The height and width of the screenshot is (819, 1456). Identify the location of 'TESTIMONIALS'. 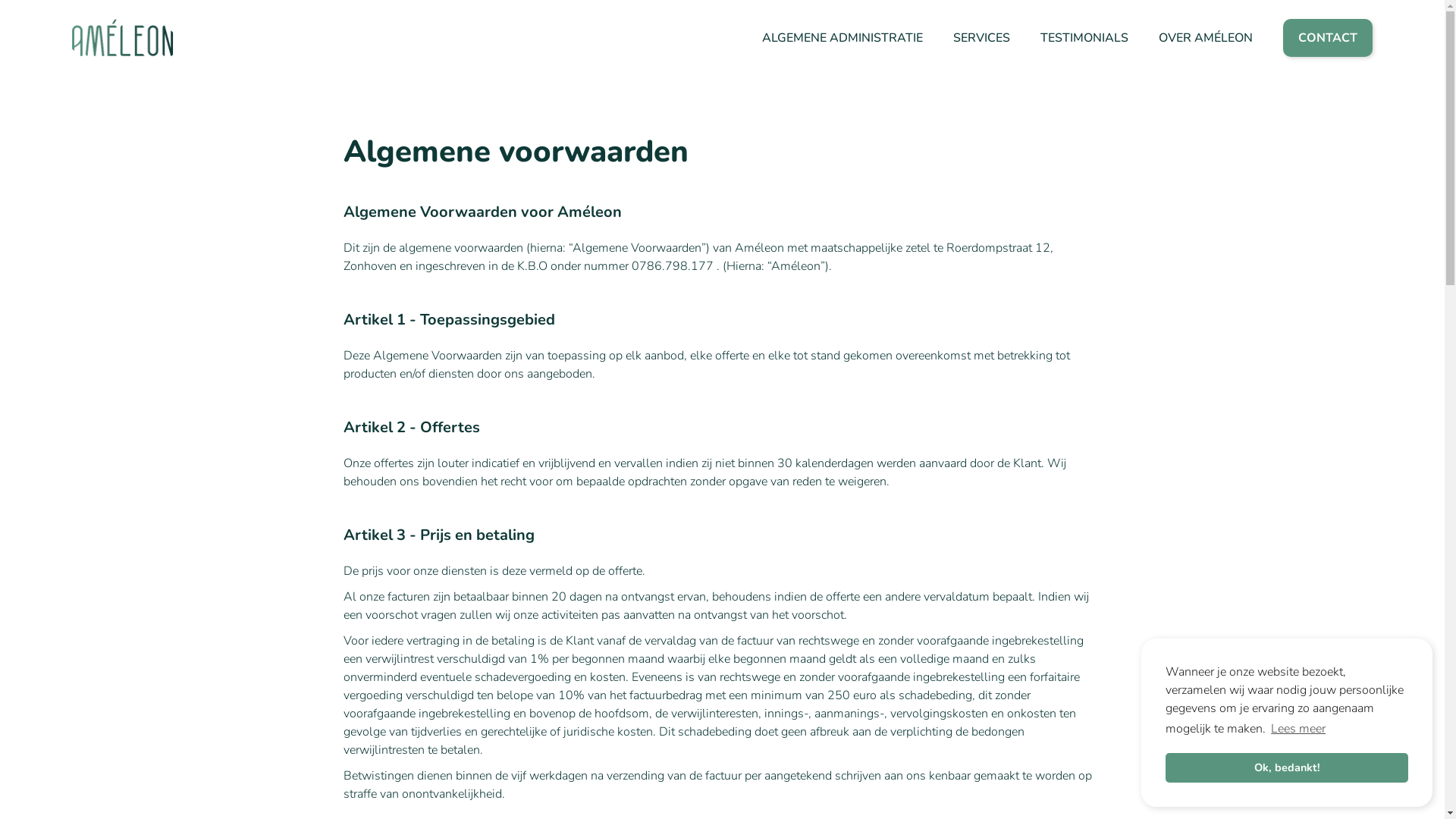
(1040, 37).